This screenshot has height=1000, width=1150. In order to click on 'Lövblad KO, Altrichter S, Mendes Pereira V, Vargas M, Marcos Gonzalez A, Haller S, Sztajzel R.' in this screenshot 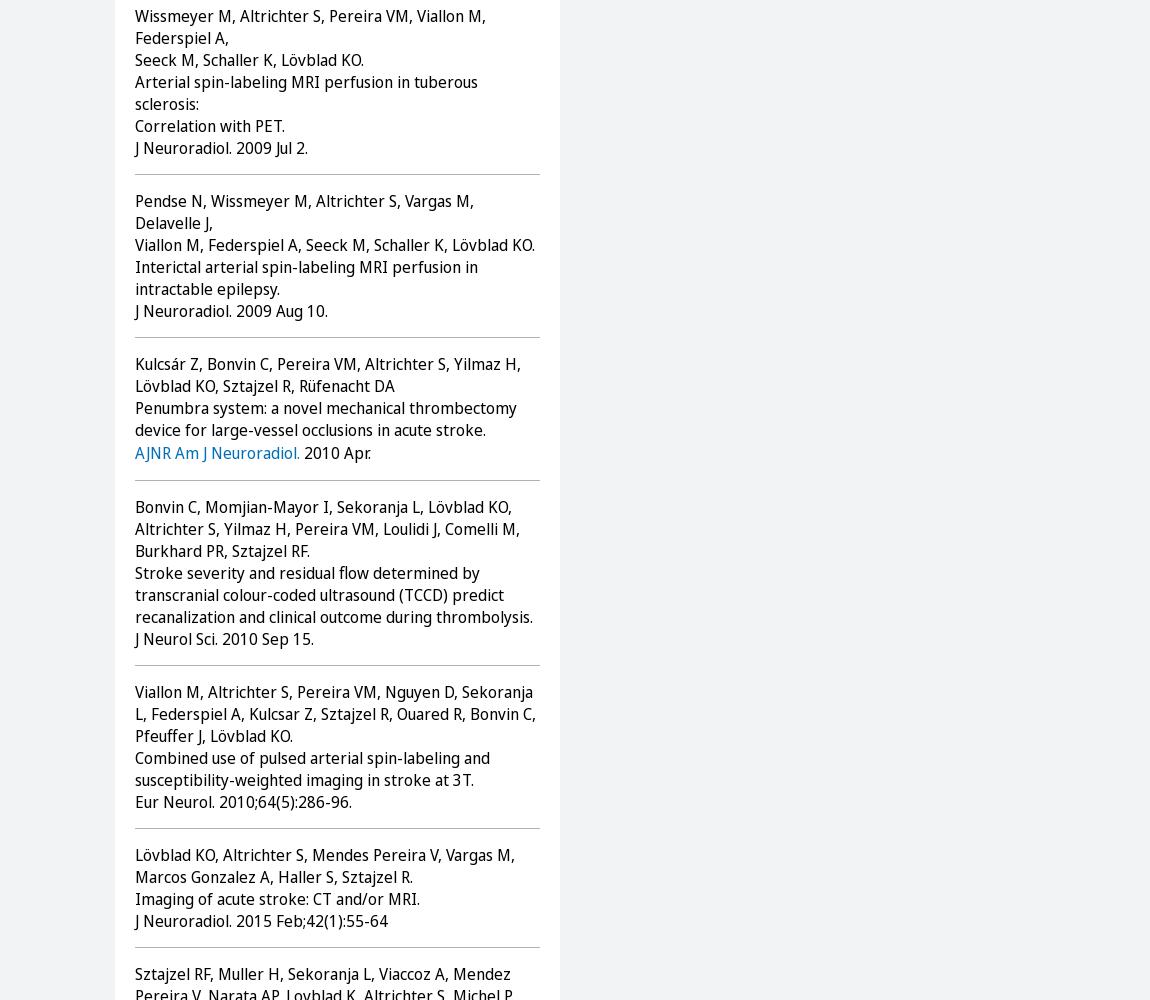, I will do `click(324, 864)`.